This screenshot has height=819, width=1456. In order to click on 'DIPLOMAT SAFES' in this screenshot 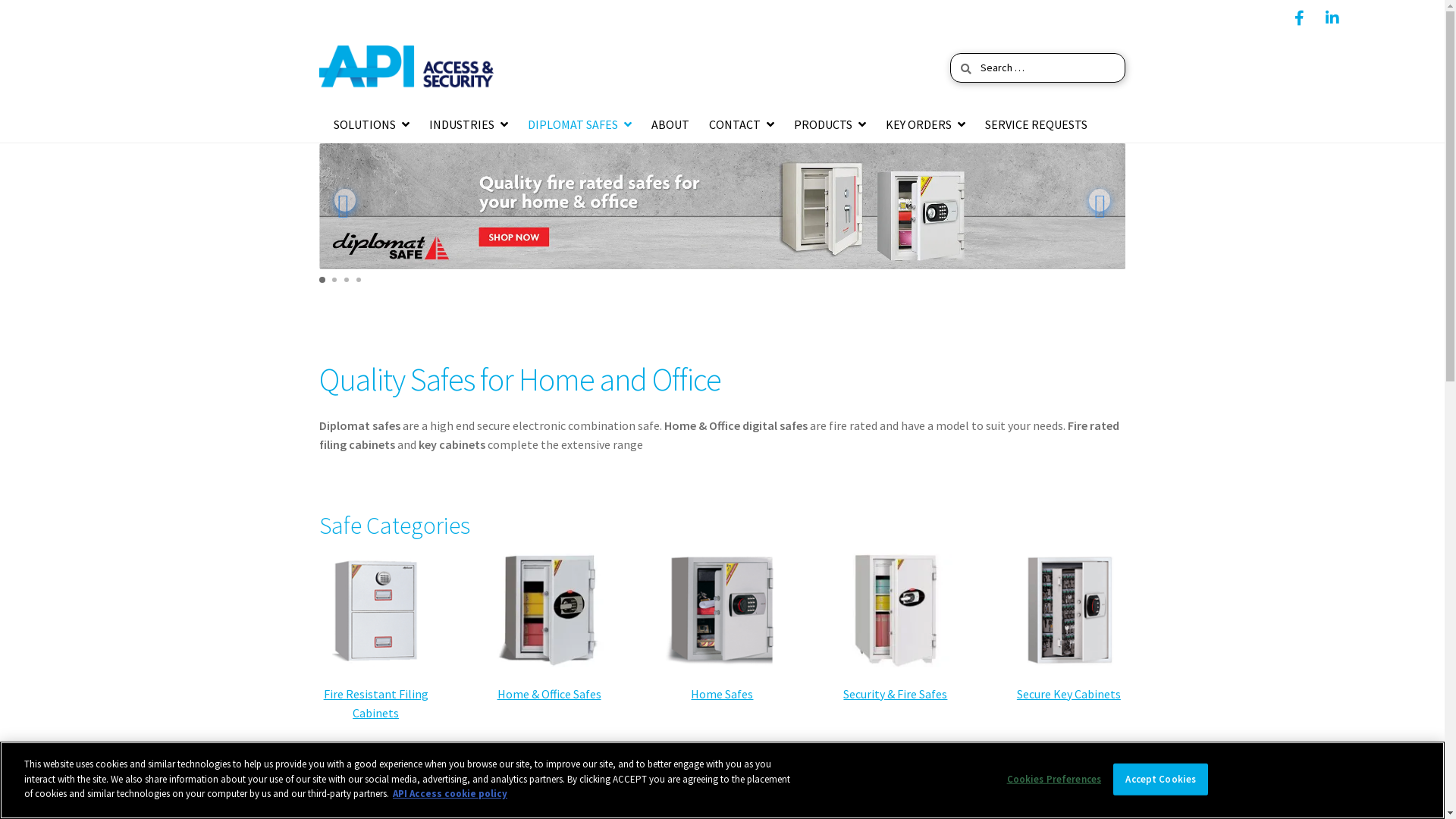, I will do `click(523, 124)`.